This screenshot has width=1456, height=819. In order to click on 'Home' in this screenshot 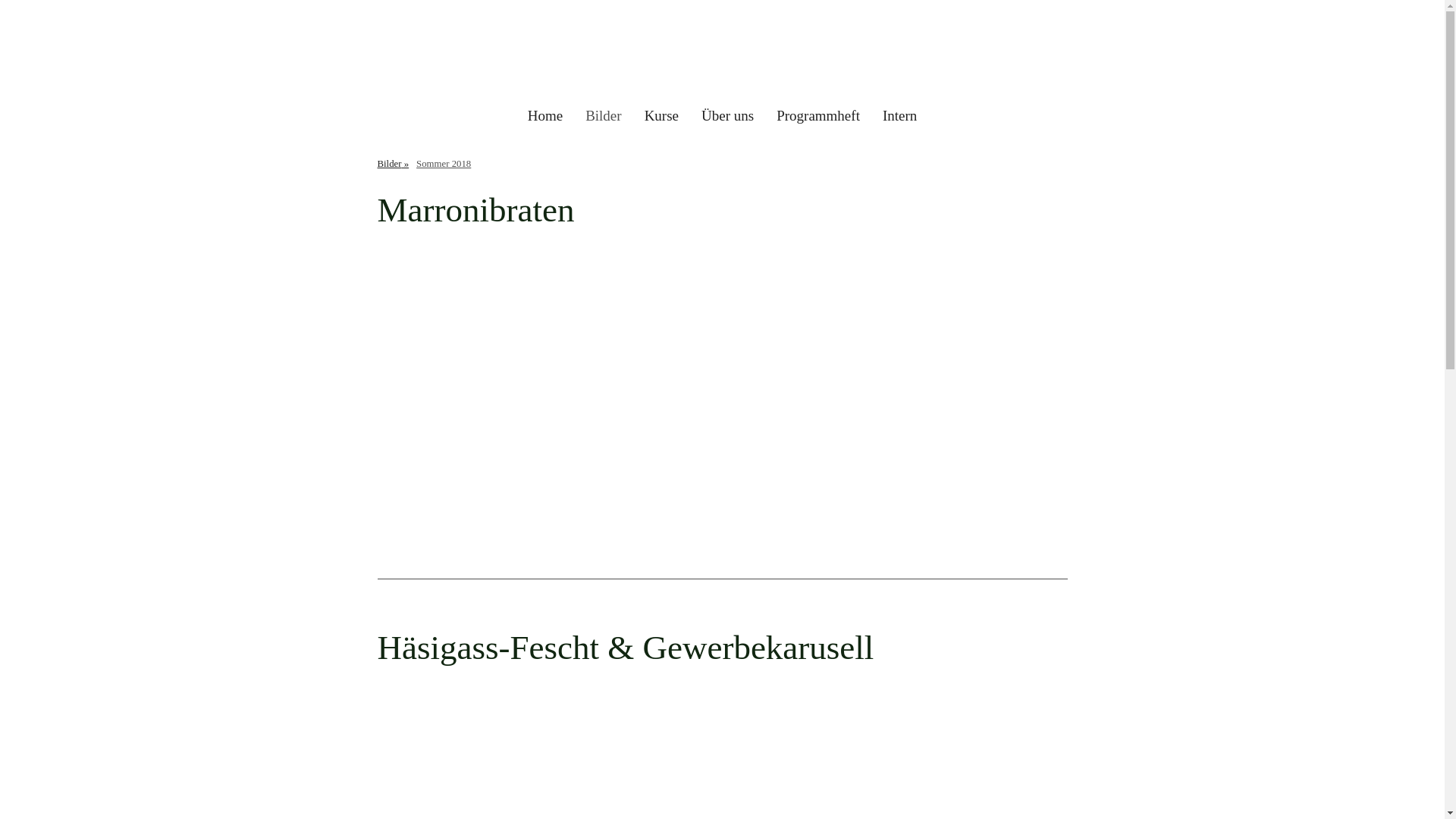, I will do `click(516, 115)`.